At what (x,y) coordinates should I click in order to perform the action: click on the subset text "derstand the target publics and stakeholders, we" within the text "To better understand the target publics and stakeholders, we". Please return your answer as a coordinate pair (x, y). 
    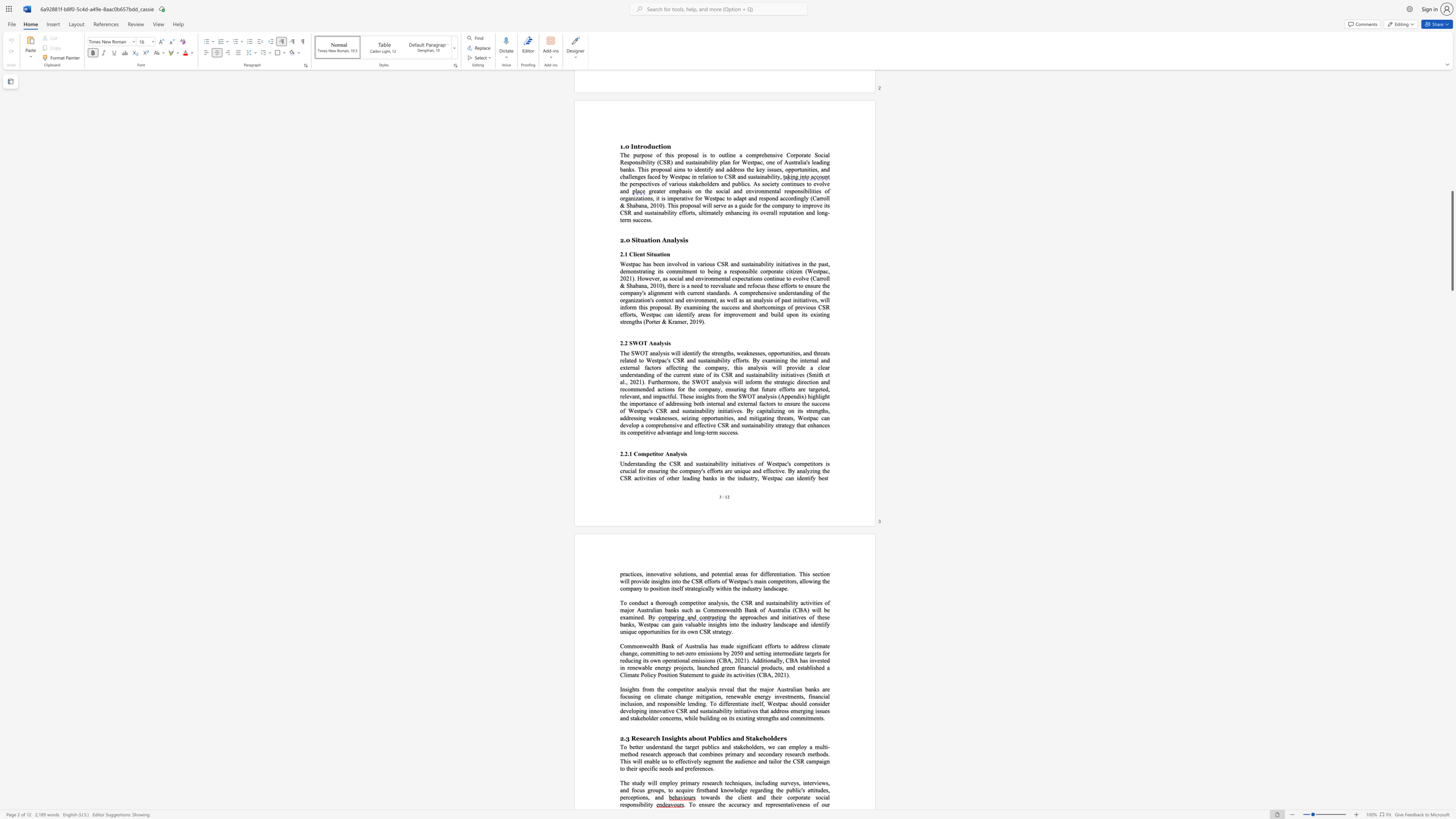
    Looking at the image, I should click on (651, 746).